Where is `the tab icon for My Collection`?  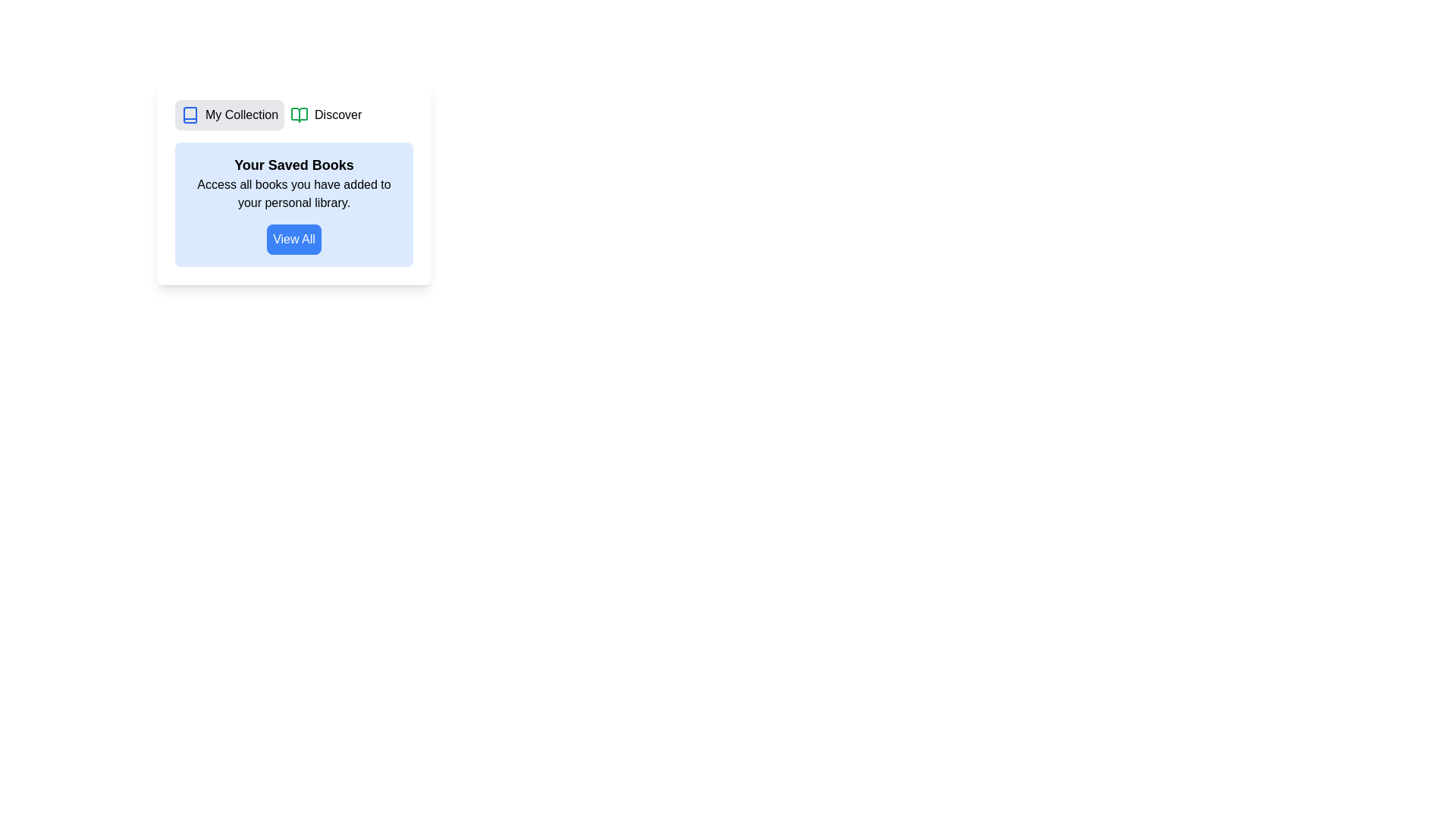
the tab icon for My Collection is located at coordinates (189, 114).